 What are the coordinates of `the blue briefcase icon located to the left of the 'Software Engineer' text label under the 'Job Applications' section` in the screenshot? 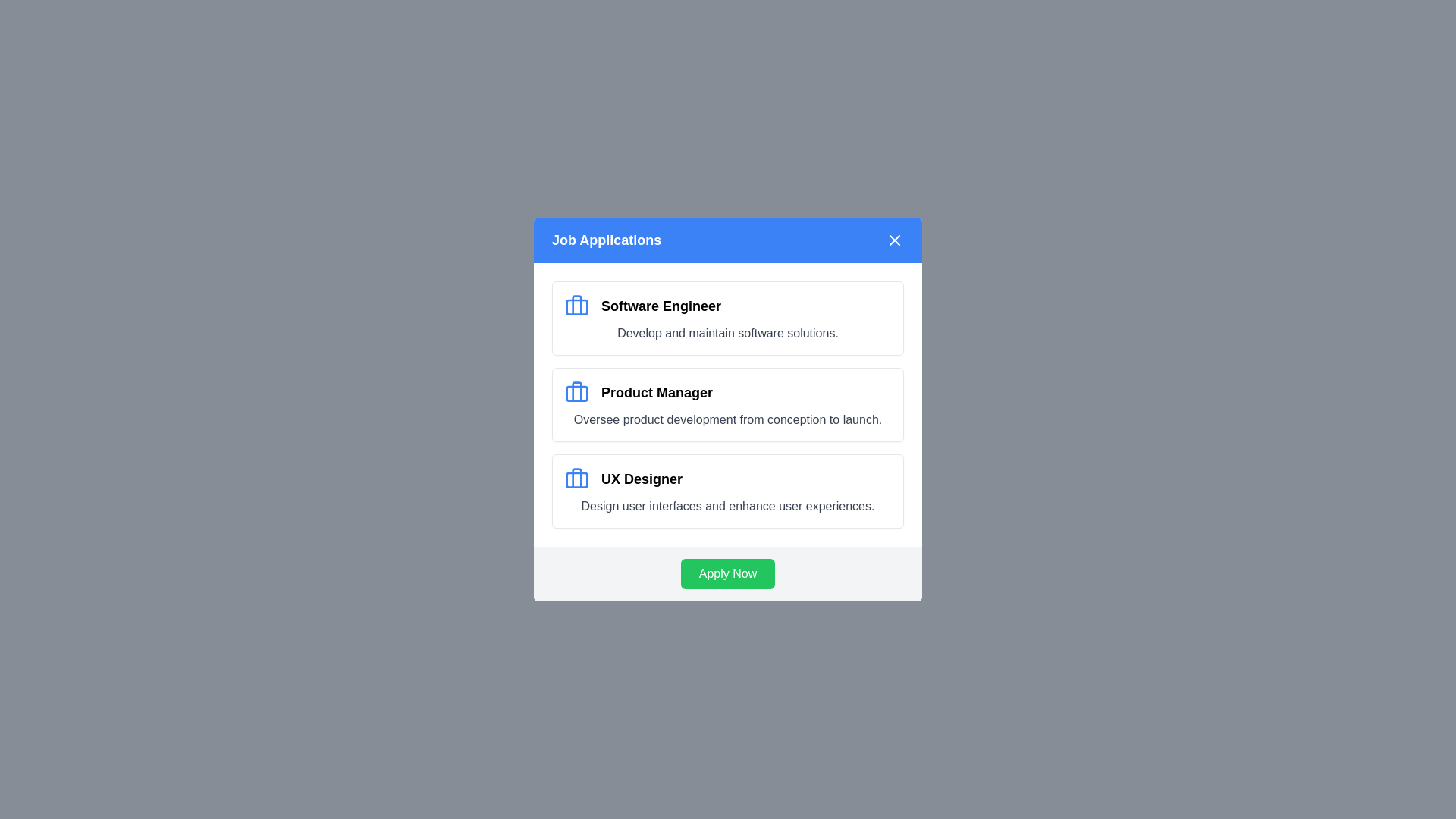 It's located at (576, 306).